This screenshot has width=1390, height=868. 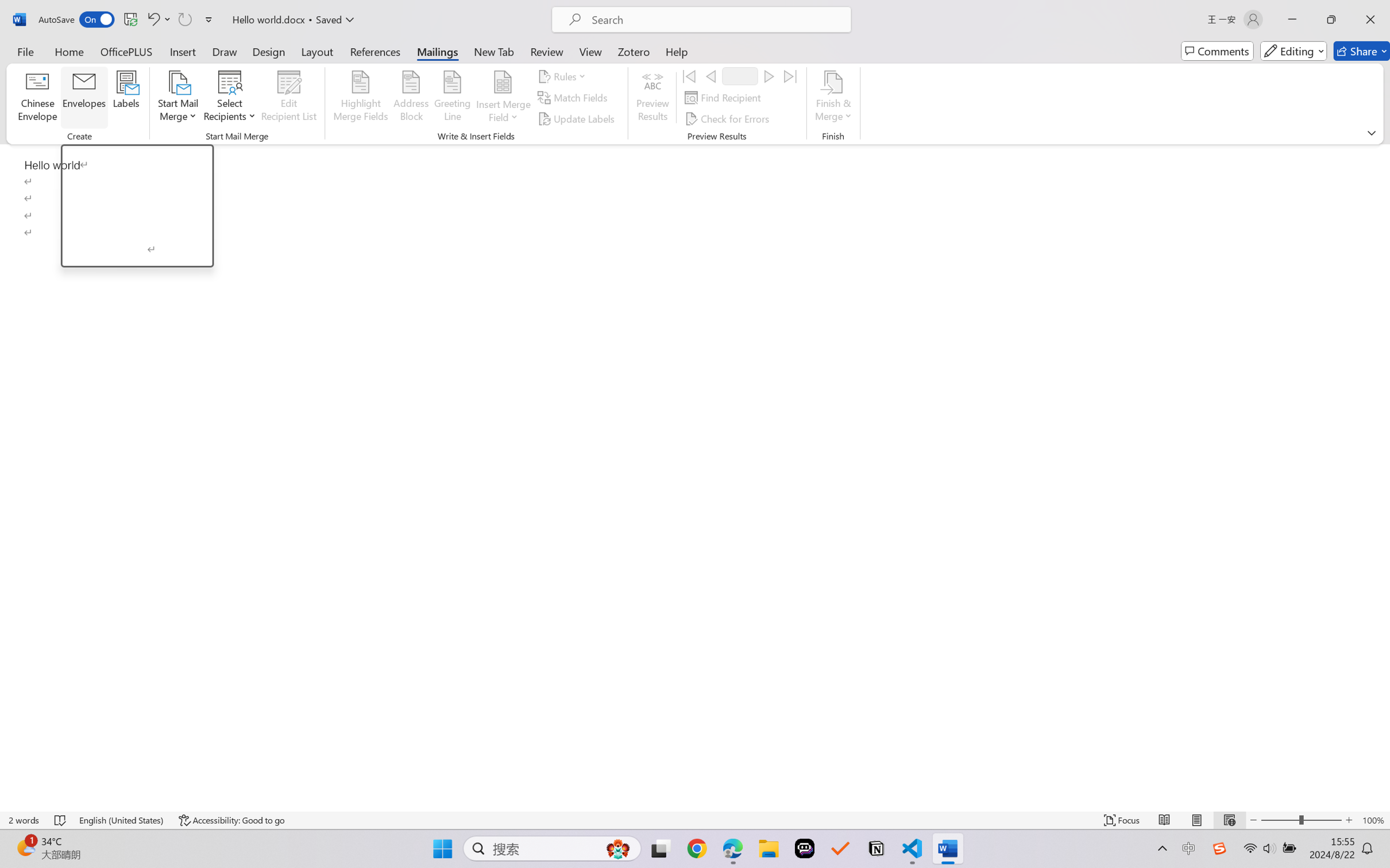 I want to click on 'OfficePLUS', so click(x=125, y=51).